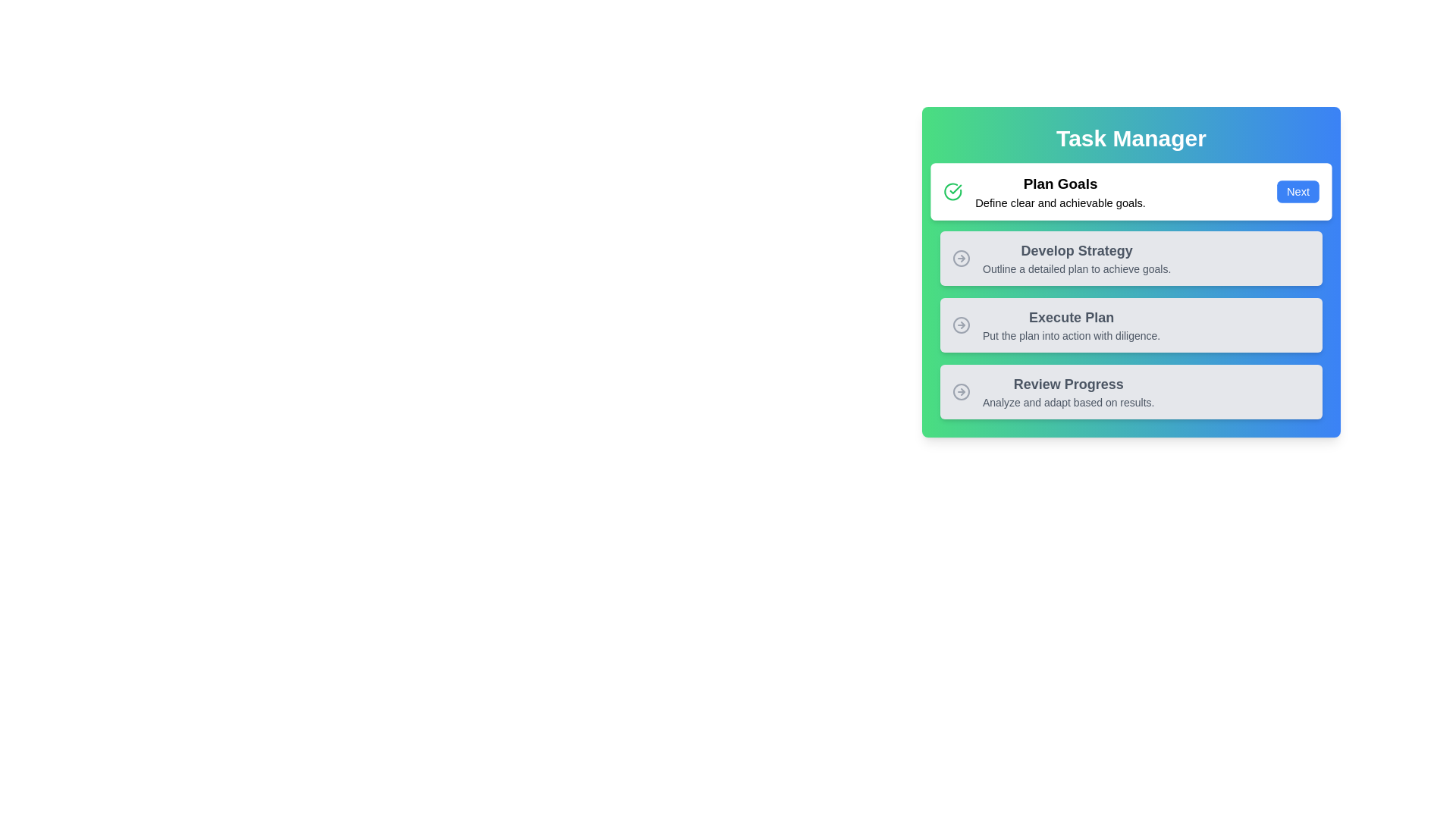  What do you see at coordinates (960, 391) in the screenshot?
I see `the circular button icon featuring a right-arrow inside, located to the left of the text 'Review Progress' in the task list interface` at bounding box center [960, 391].